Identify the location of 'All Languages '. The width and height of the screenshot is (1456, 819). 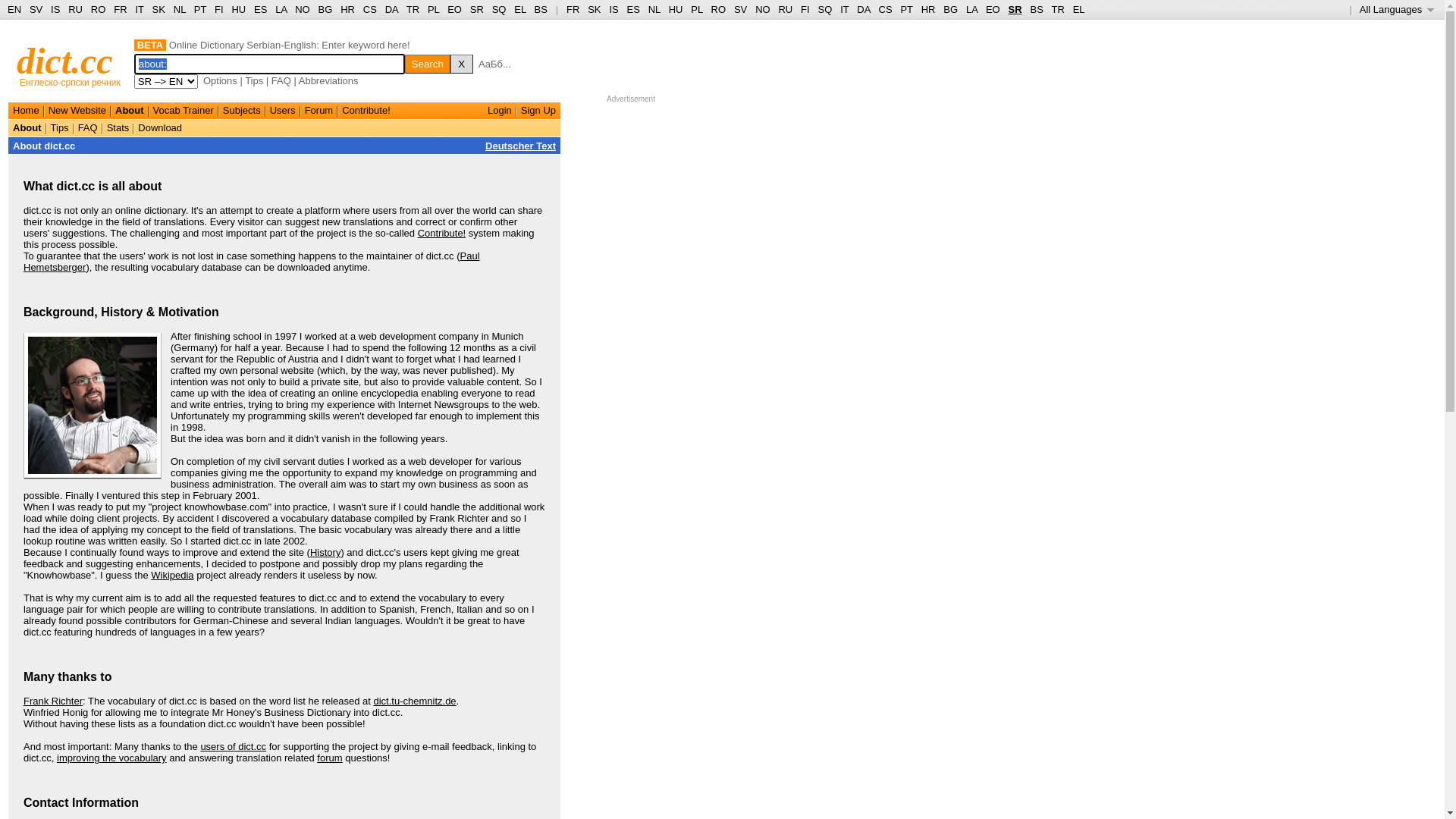
(1360, 9).